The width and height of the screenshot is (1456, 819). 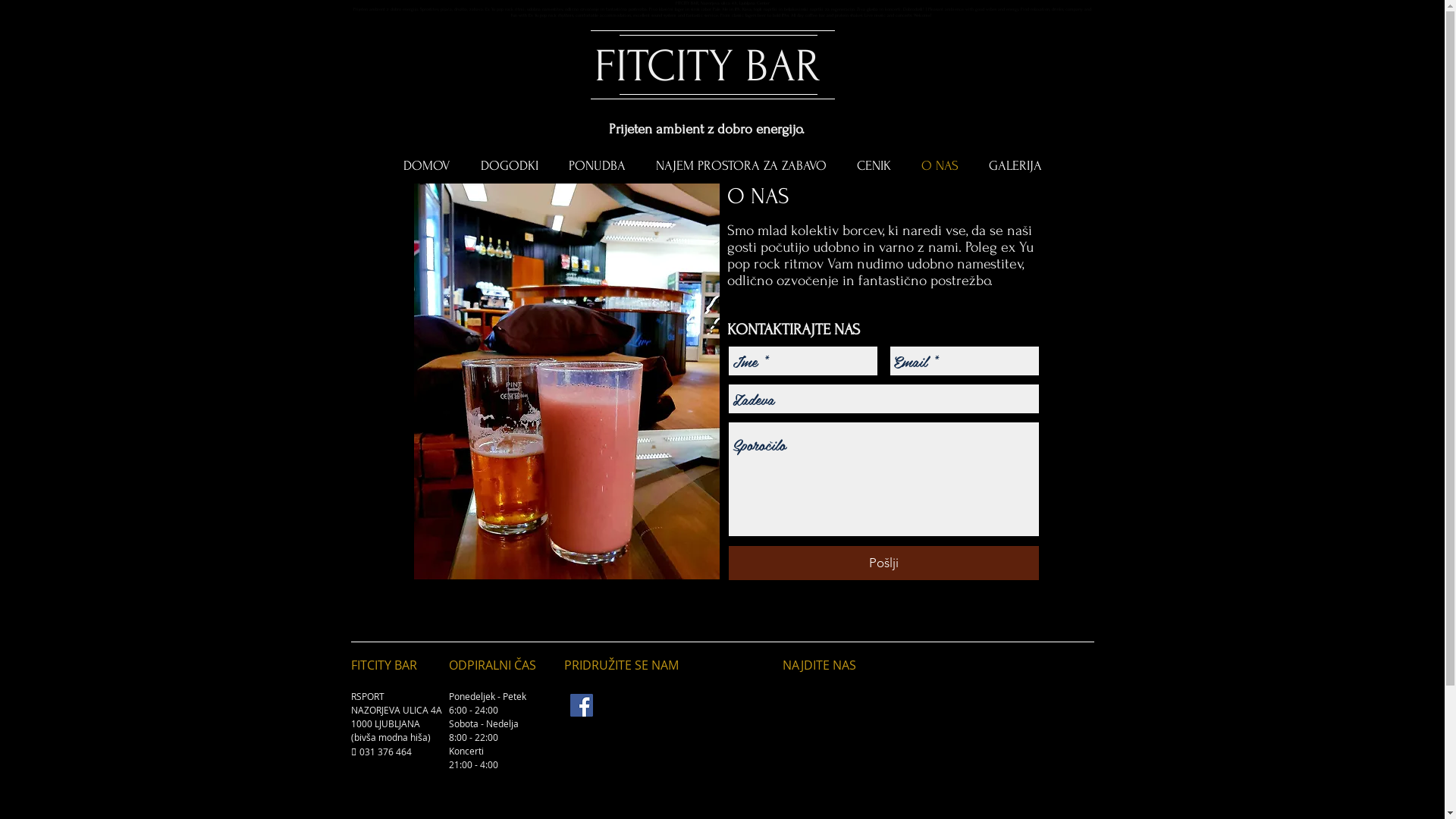 What do you see at coordinates (465, 166) in the screenshot?
I see `'DOGODKI'` at bounding box center [465, 166].